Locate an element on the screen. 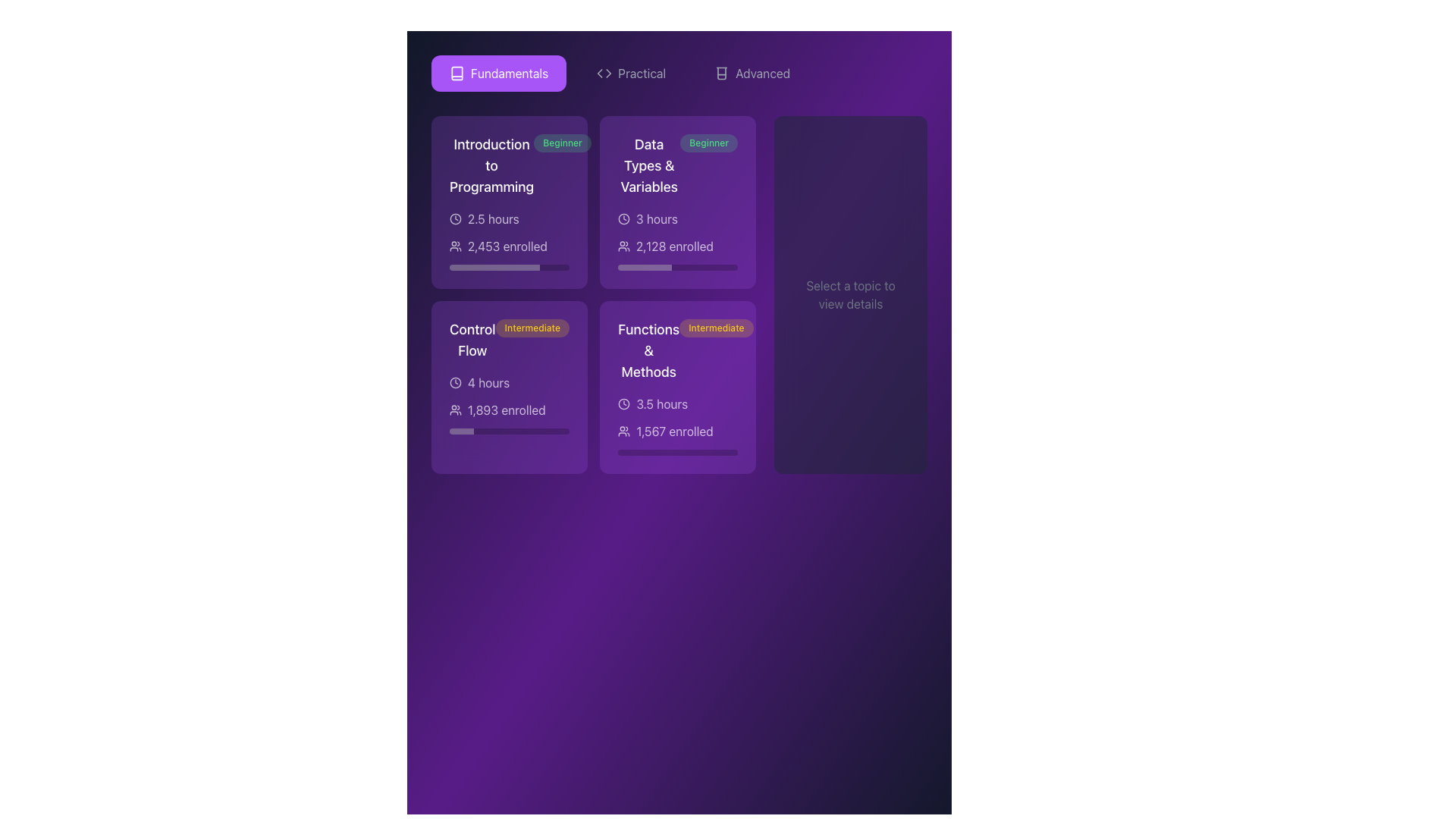 The height and width of the screenshot is (819, 1456). the text block that summarizes the course duration and enrolled participants for the 'Functions & Methods Intermediate' card, located in the lower section of the card is located at coordinates (676, 425).